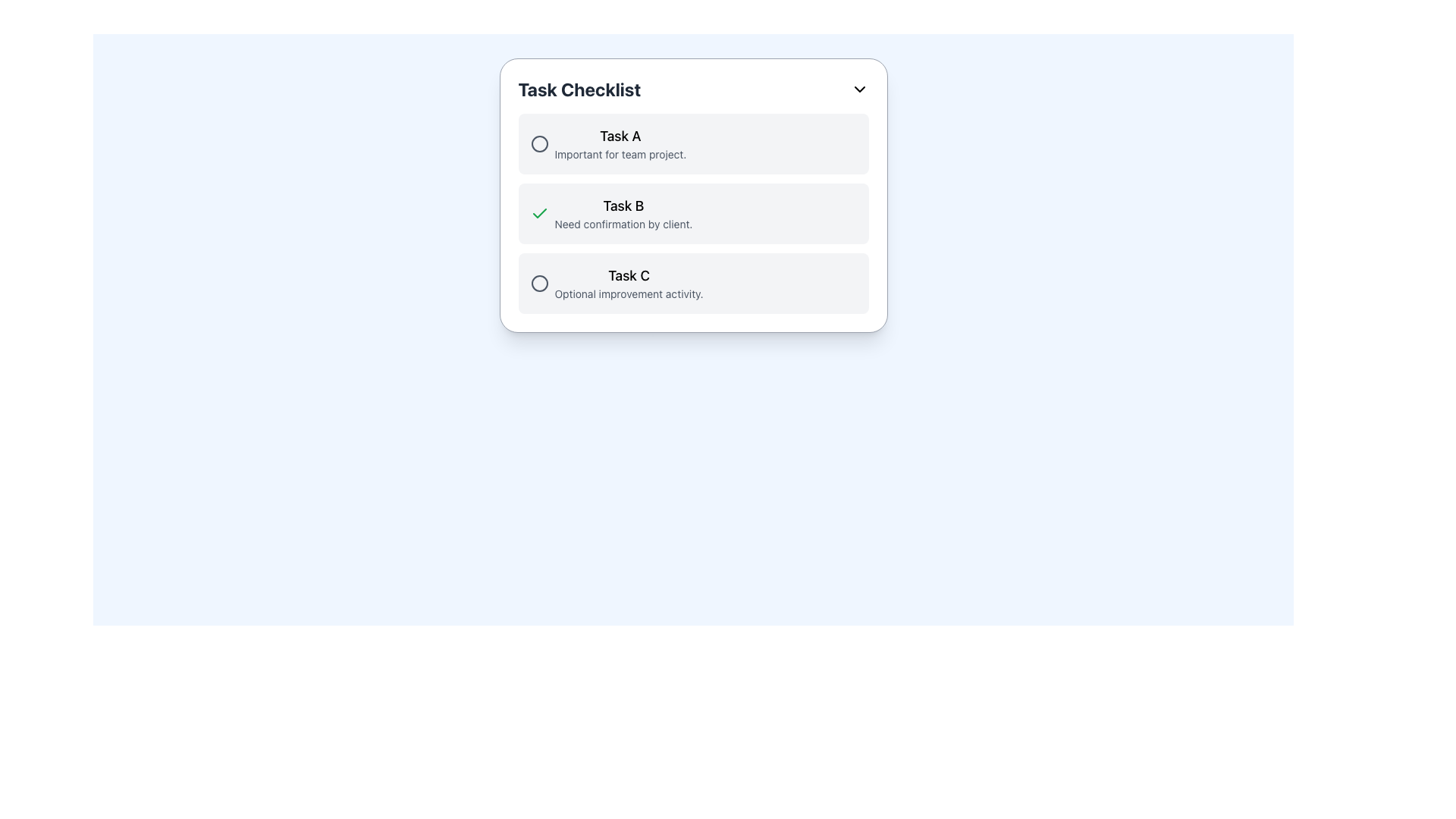 This screenshot has height=819, width=1456. What do you see at coordinates (623, 206) in the screenshot?
I see `the 'Task B' text label, which is styled prominently in black and serves as the header for the second task in the checklist interface` at bounding box center [623, 206].